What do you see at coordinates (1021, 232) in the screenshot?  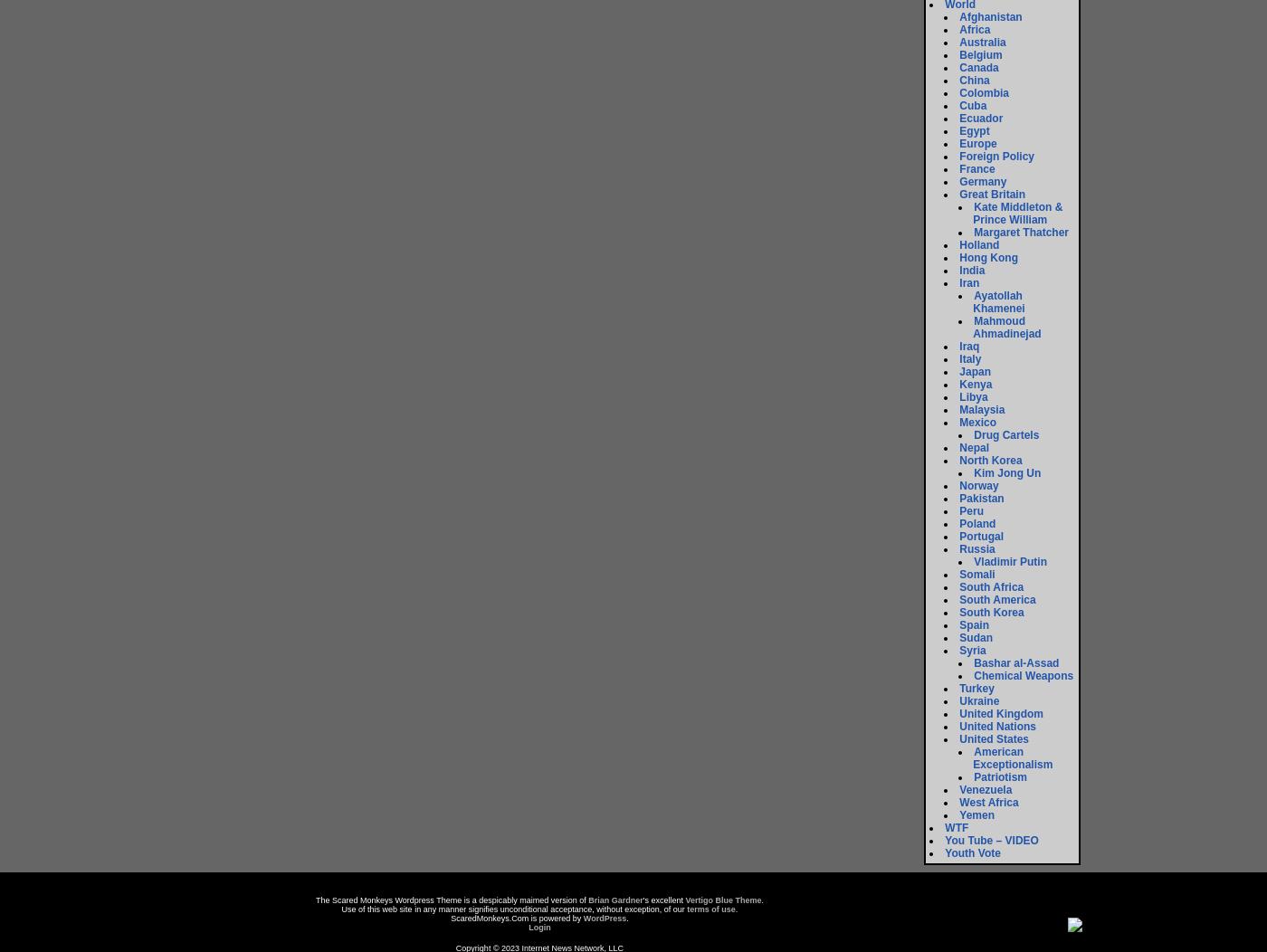 I see `'Margaret Thatcher'` at bounding box center [1021, 232].